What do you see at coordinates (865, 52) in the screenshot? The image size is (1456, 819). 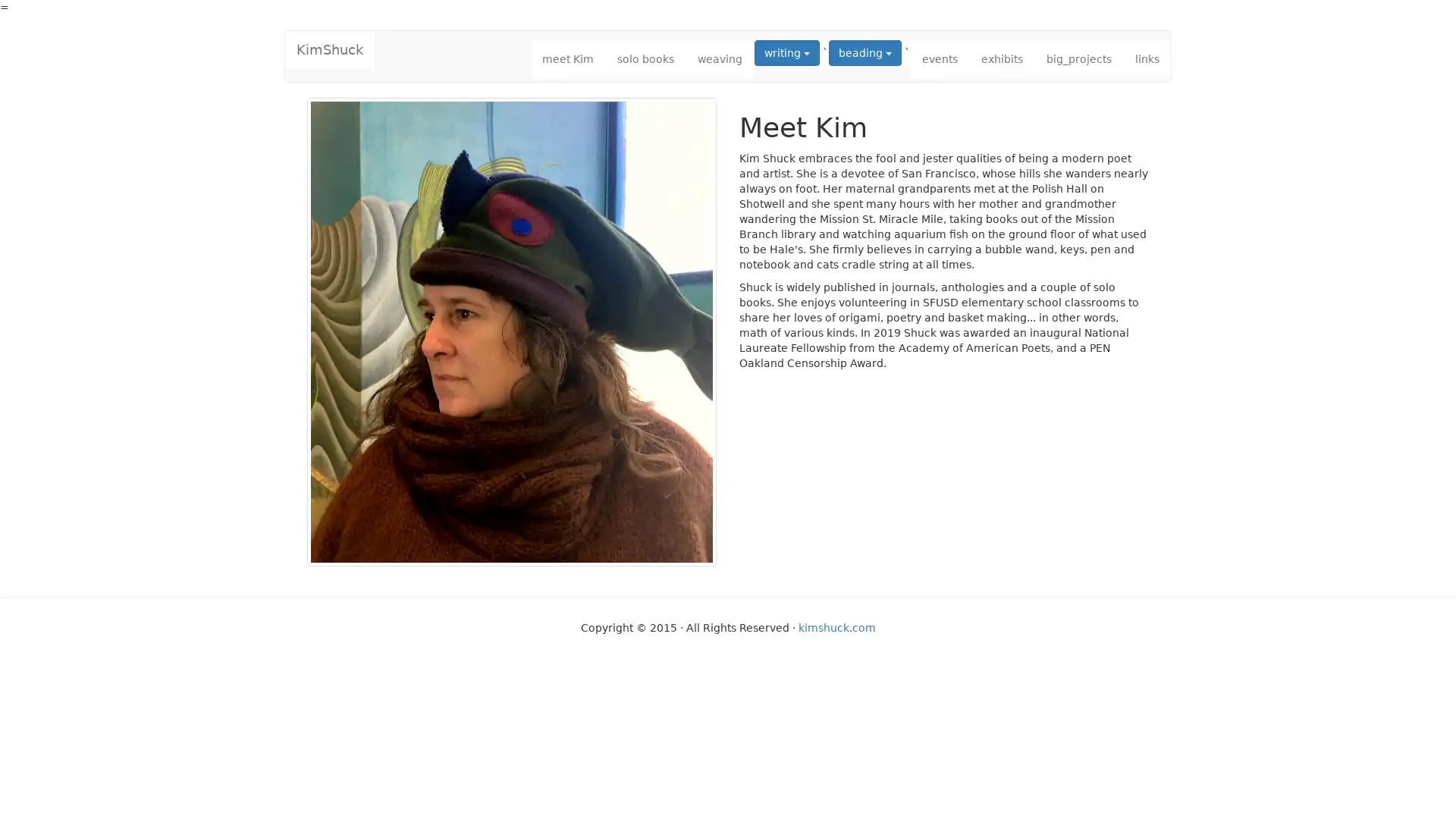 I see `beading` at bounding box center [865, 52].